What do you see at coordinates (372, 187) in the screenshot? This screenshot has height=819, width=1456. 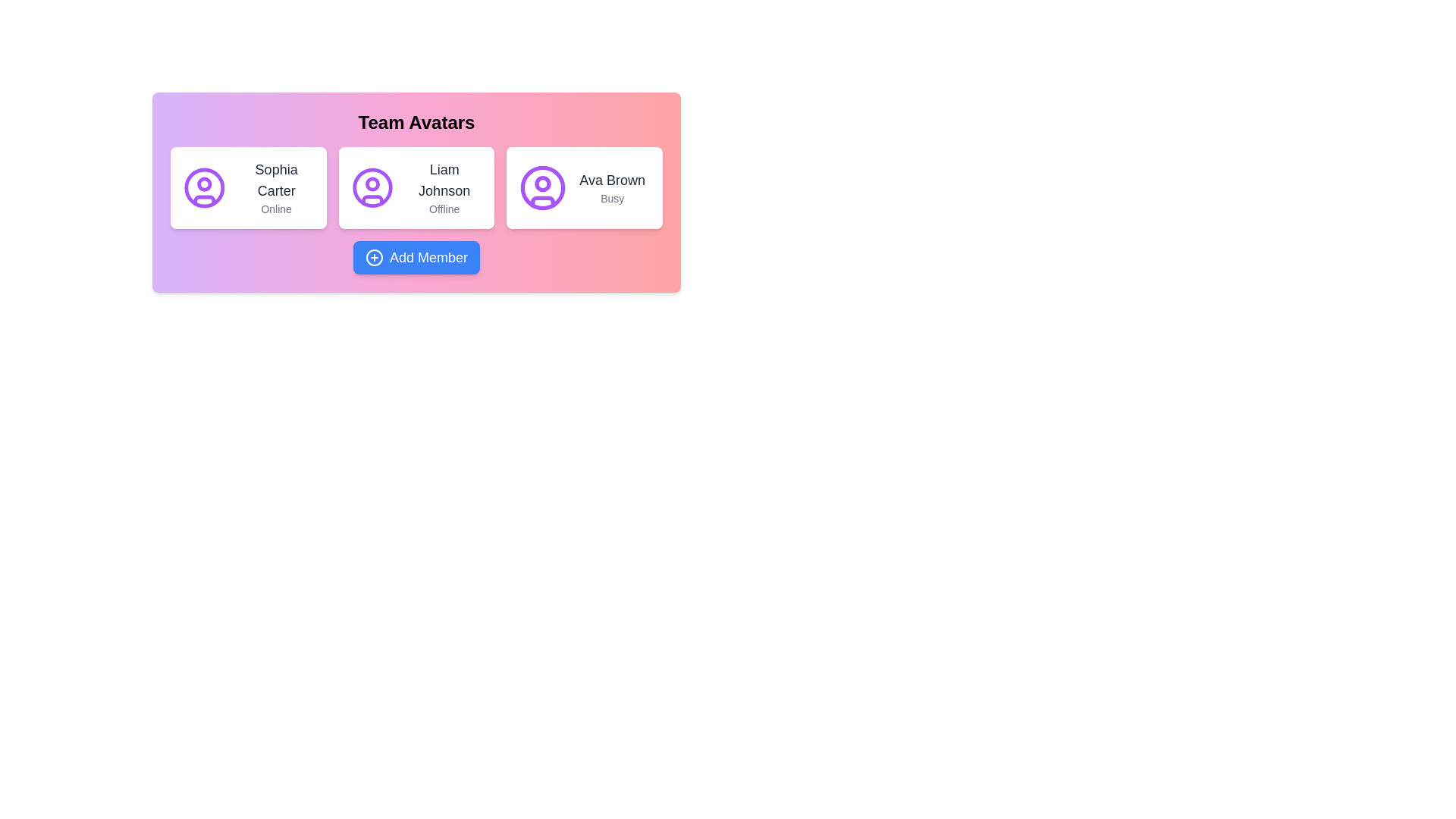 I see `the Profile Icon of 'Liam Johnson', which is a circular purple icon with a user outline, centrally located in the second avatar card from the left` at bounding box center [372, 187].